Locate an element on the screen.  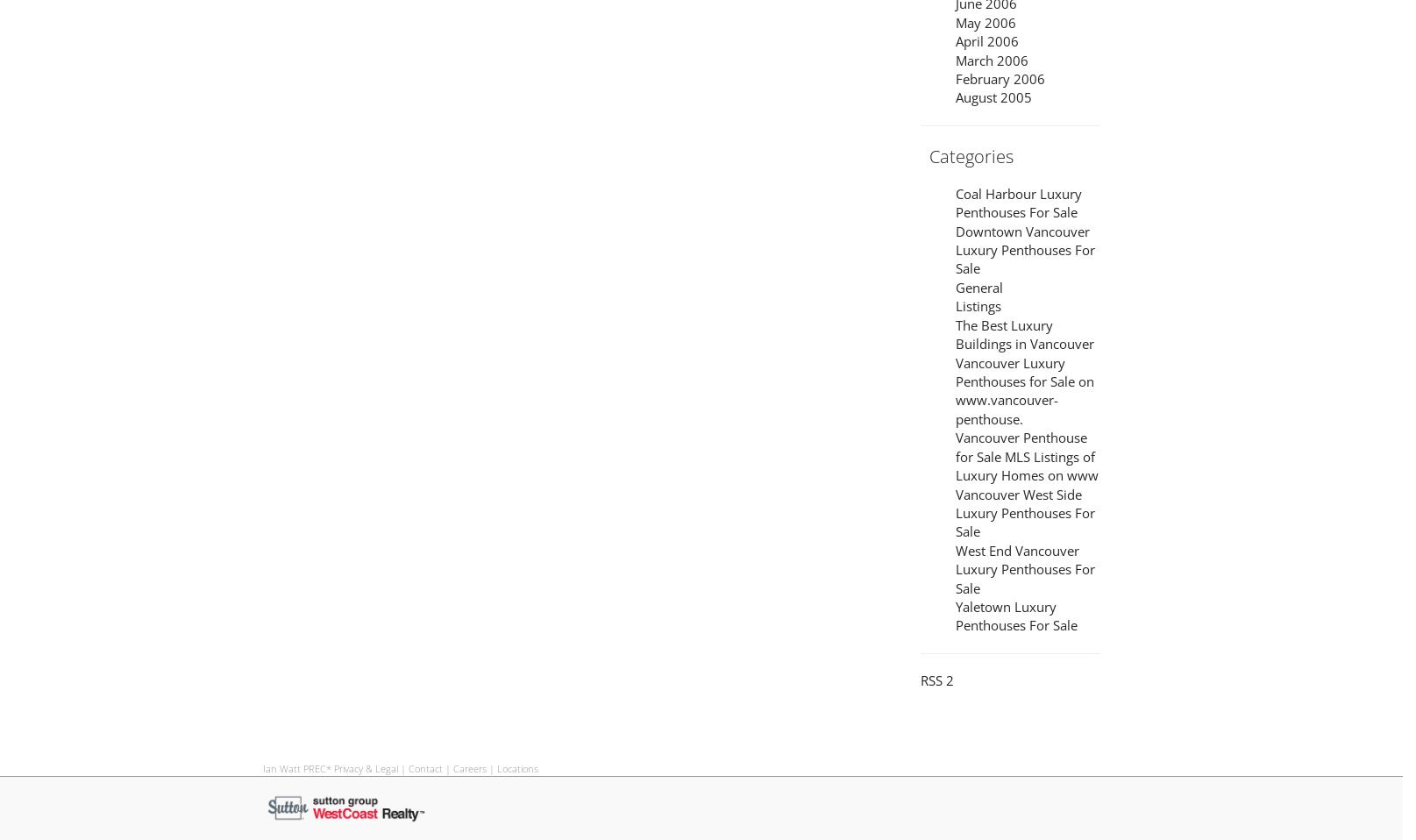
'April 2006' is located at coordinates (986, 40).